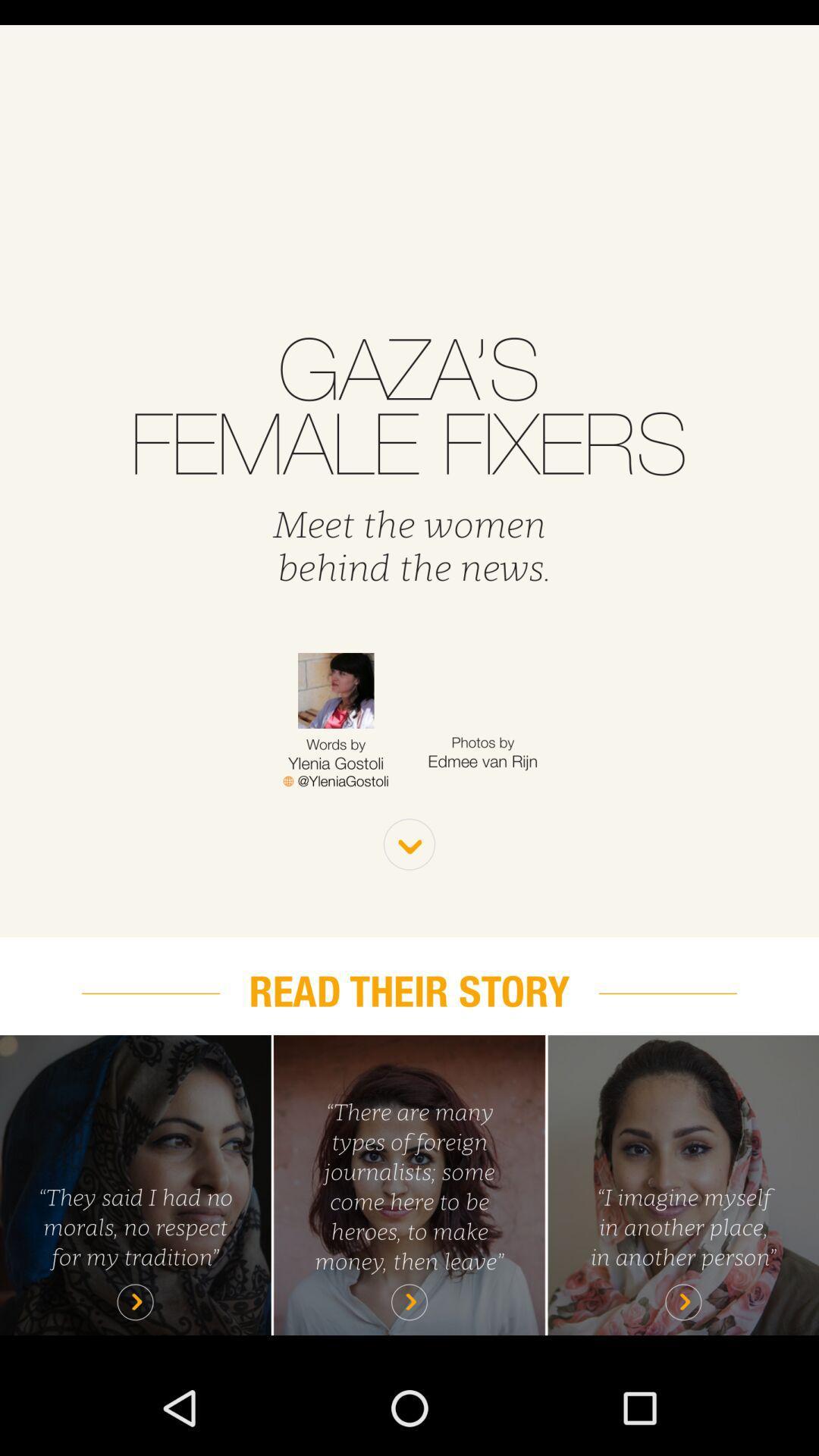 This screenshot has height=1456, width=819. I want to click on show more, so click(409, 843).